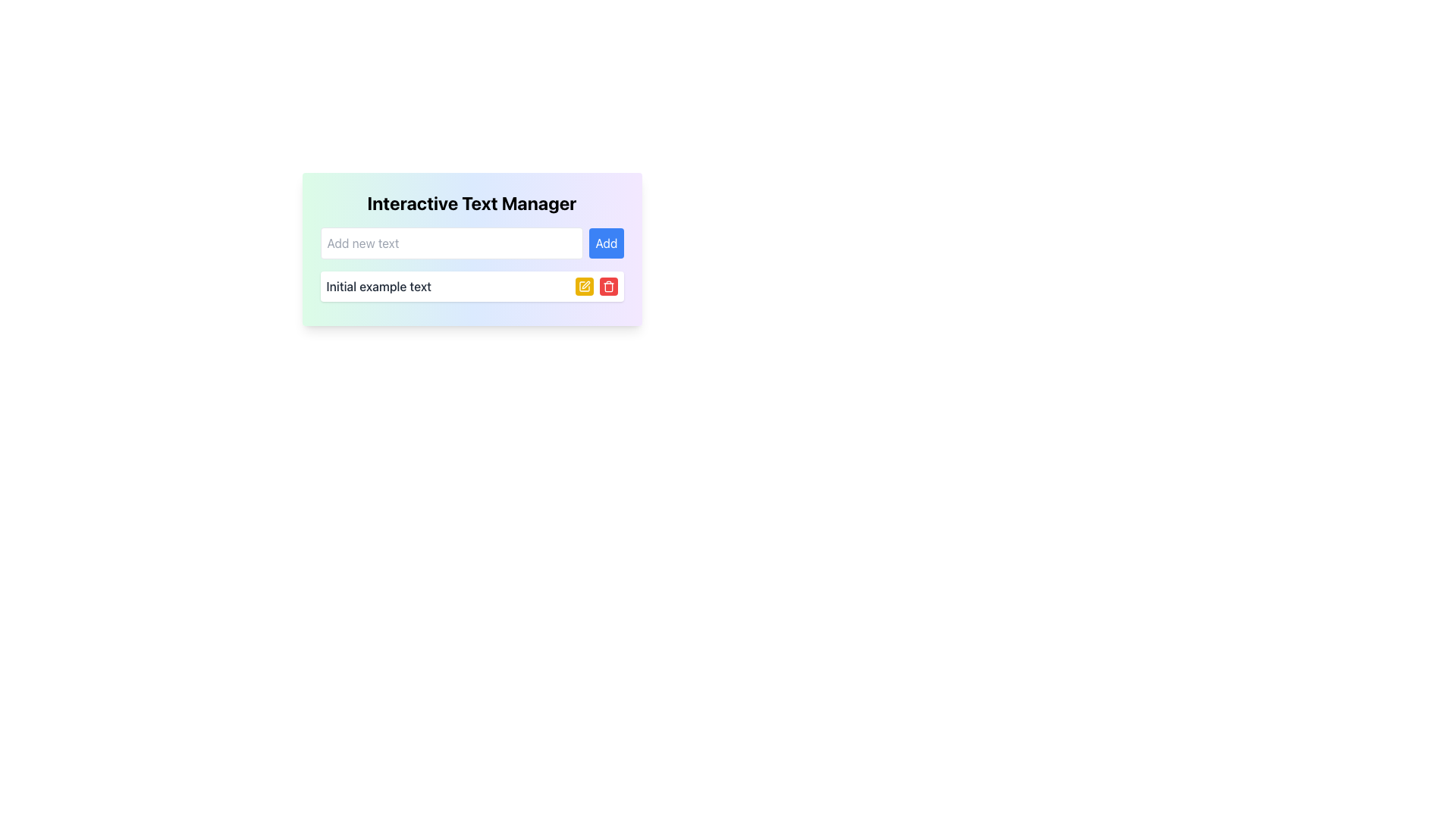  Describe the element at coordinates (585, 284) in the screenshot. I see `the pen-like SVG icon located within the 'Interactive Text Manager' interface` at that location.